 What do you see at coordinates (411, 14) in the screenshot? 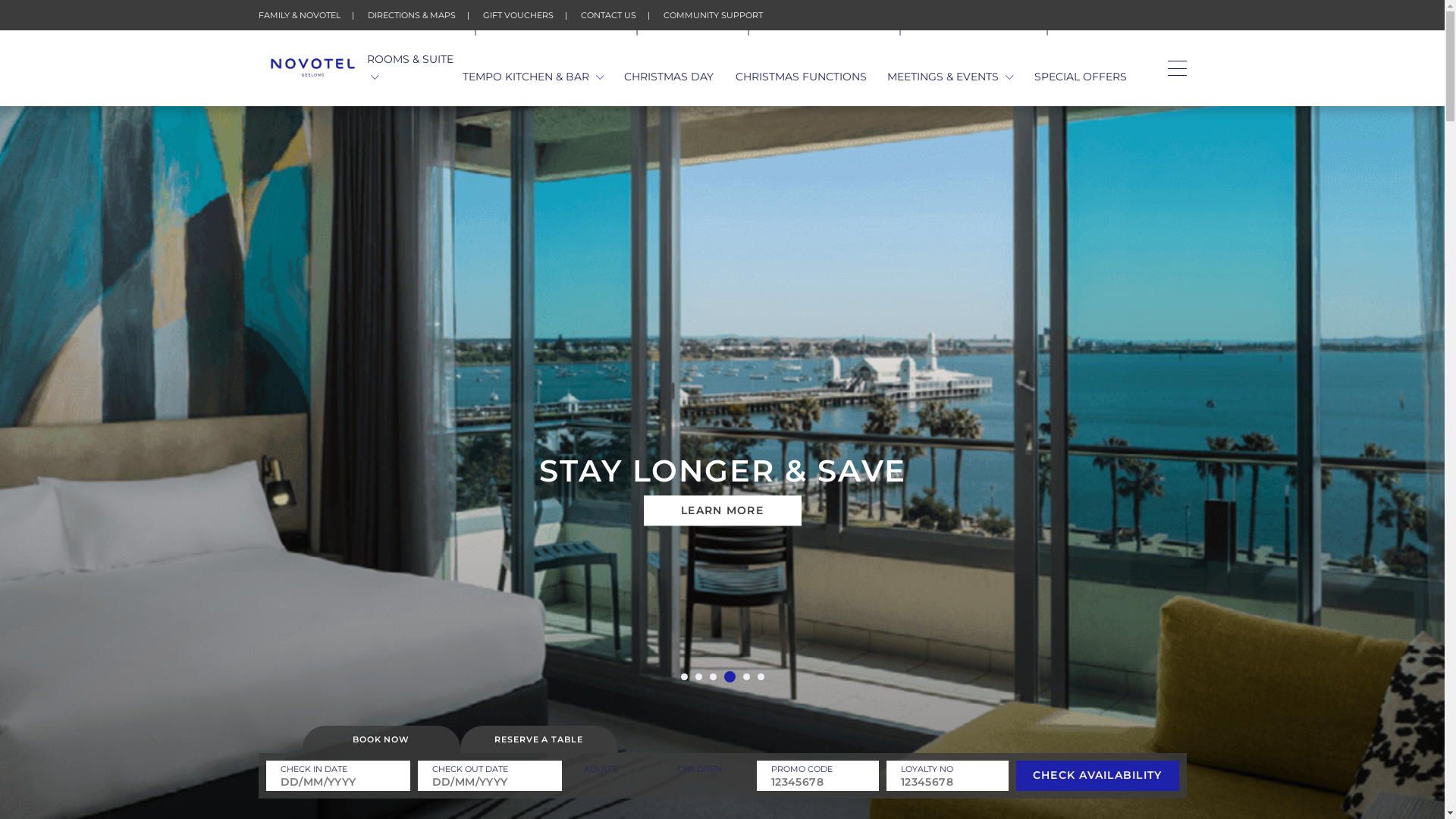
I see `'DIRECTIONS & MAPS'` at bounding box center [411, 14].